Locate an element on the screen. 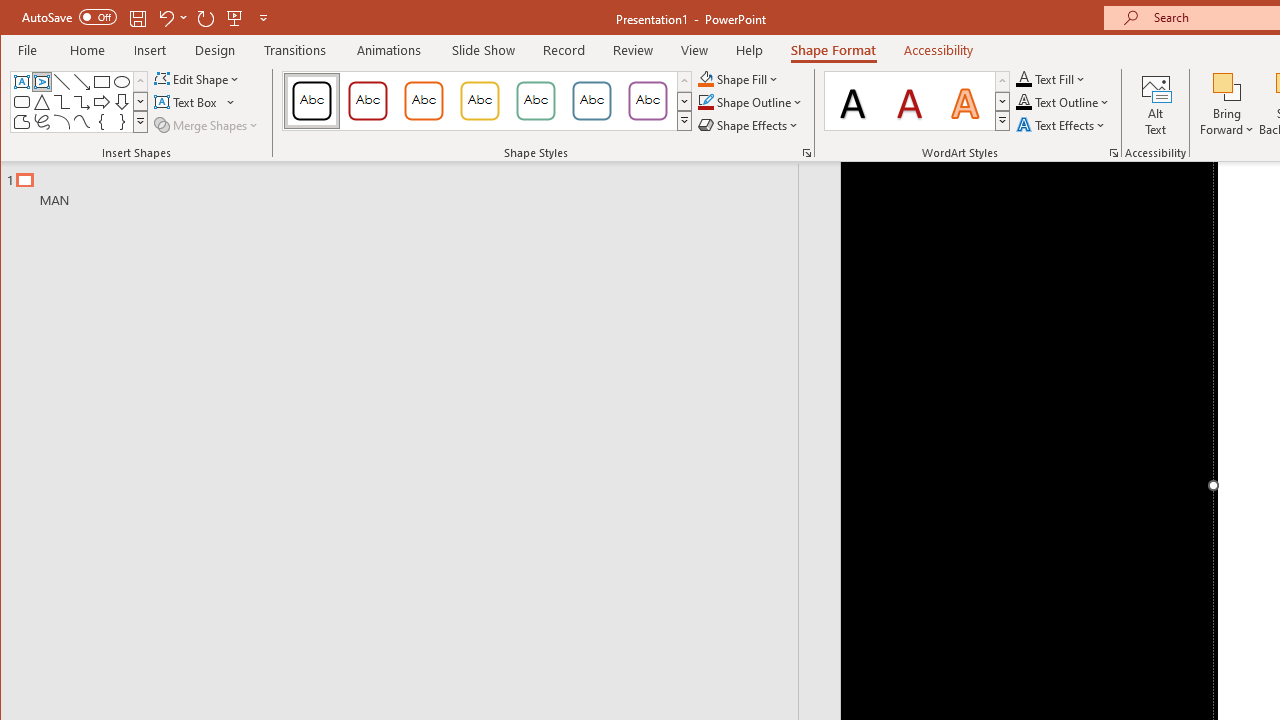  'Colored Outline - Black, Dark 1' is located at coordinates (311, 100).